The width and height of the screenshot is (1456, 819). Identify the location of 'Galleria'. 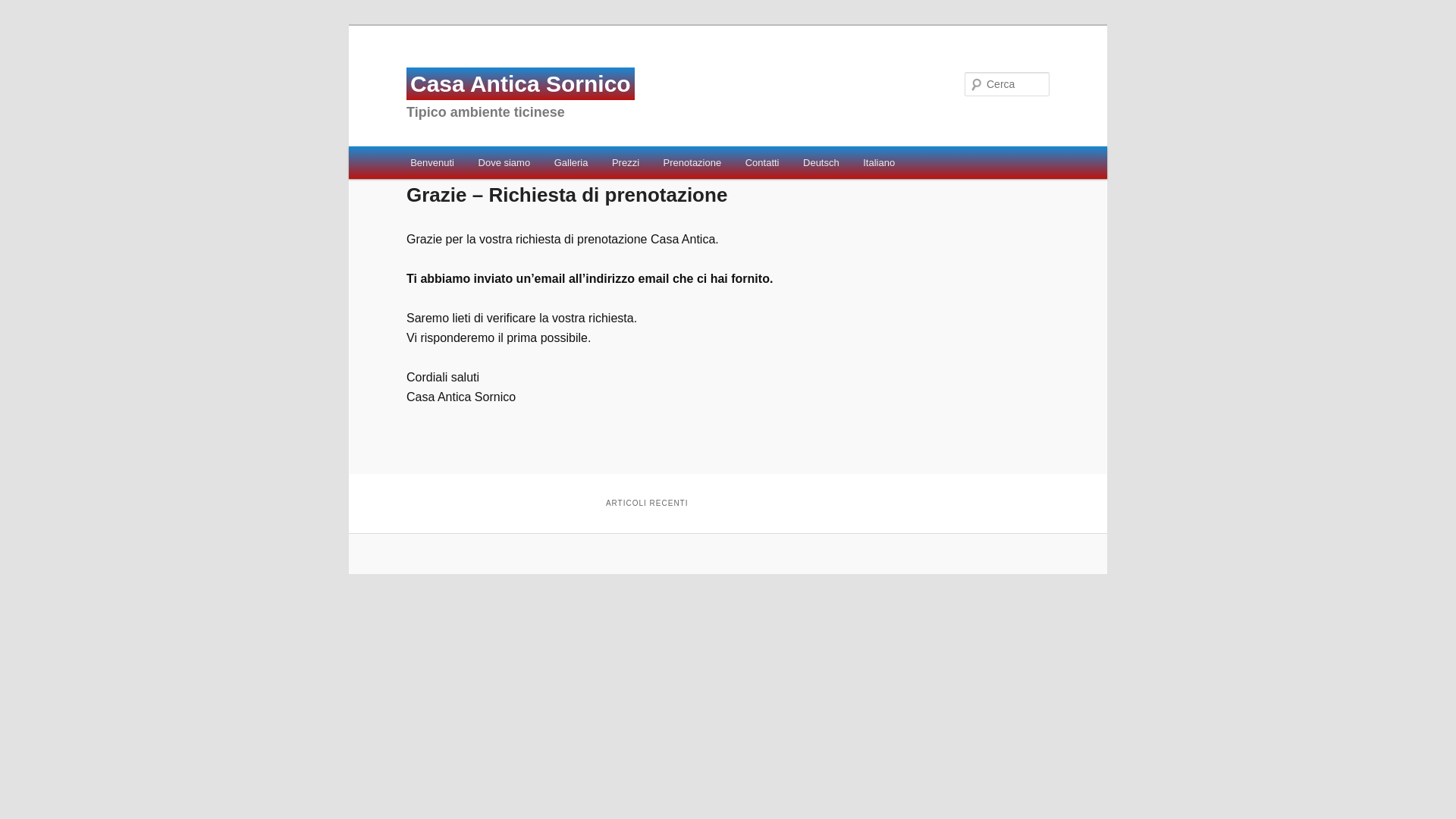
(570, 162).